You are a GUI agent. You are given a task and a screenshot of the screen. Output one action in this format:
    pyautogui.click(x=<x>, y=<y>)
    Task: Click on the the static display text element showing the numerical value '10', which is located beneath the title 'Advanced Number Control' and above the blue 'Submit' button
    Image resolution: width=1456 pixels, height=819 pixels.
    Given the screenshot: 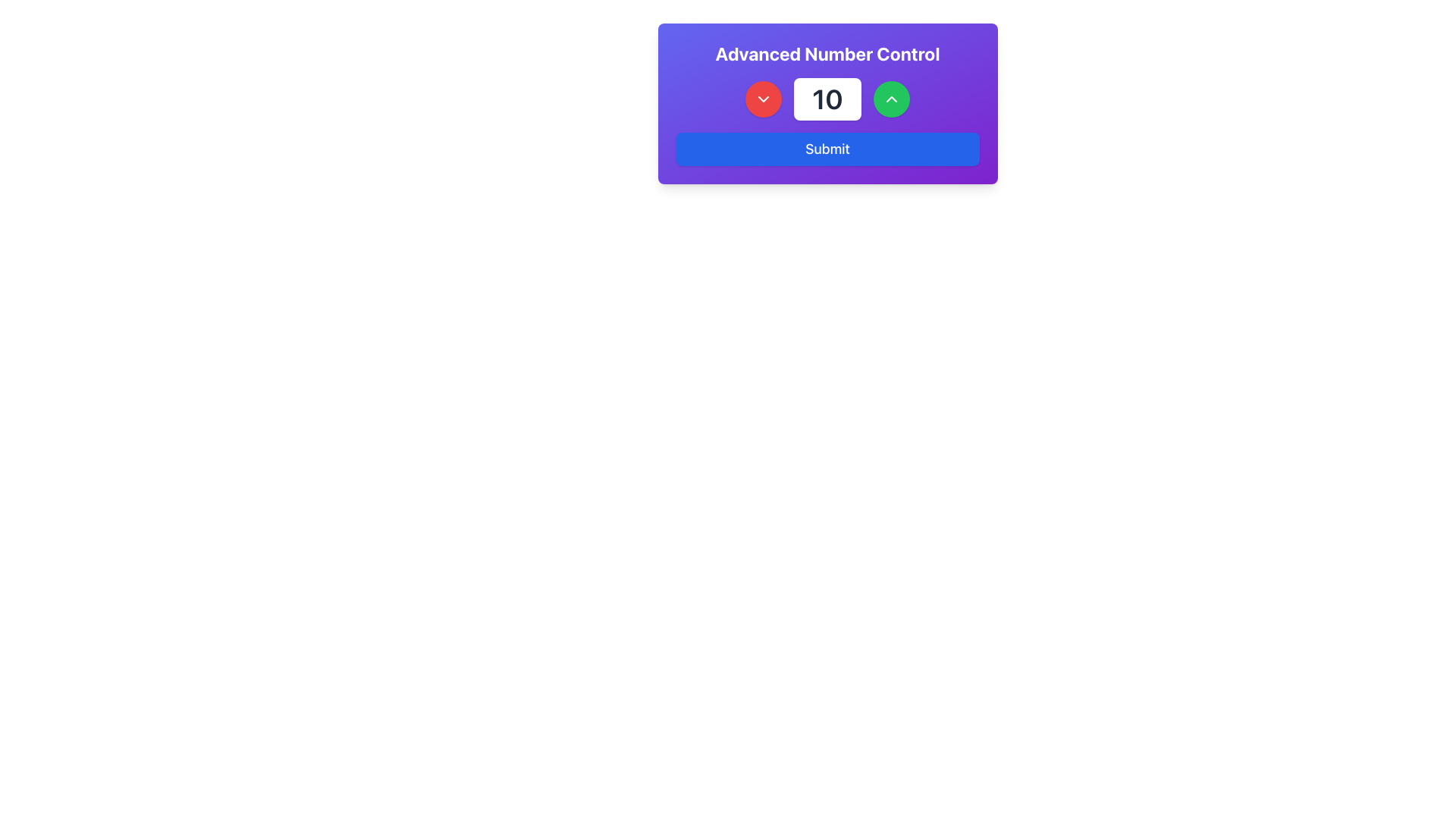 What is the action you would take?
    pyautogui.click(x=827, y=99)
    